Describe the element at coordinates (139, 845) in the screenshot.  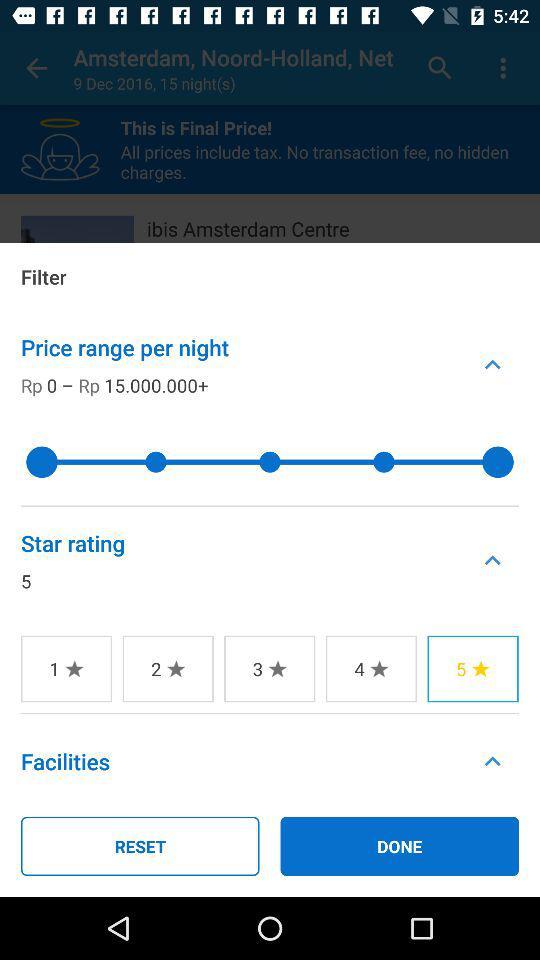
I see `reset icon` at that location.